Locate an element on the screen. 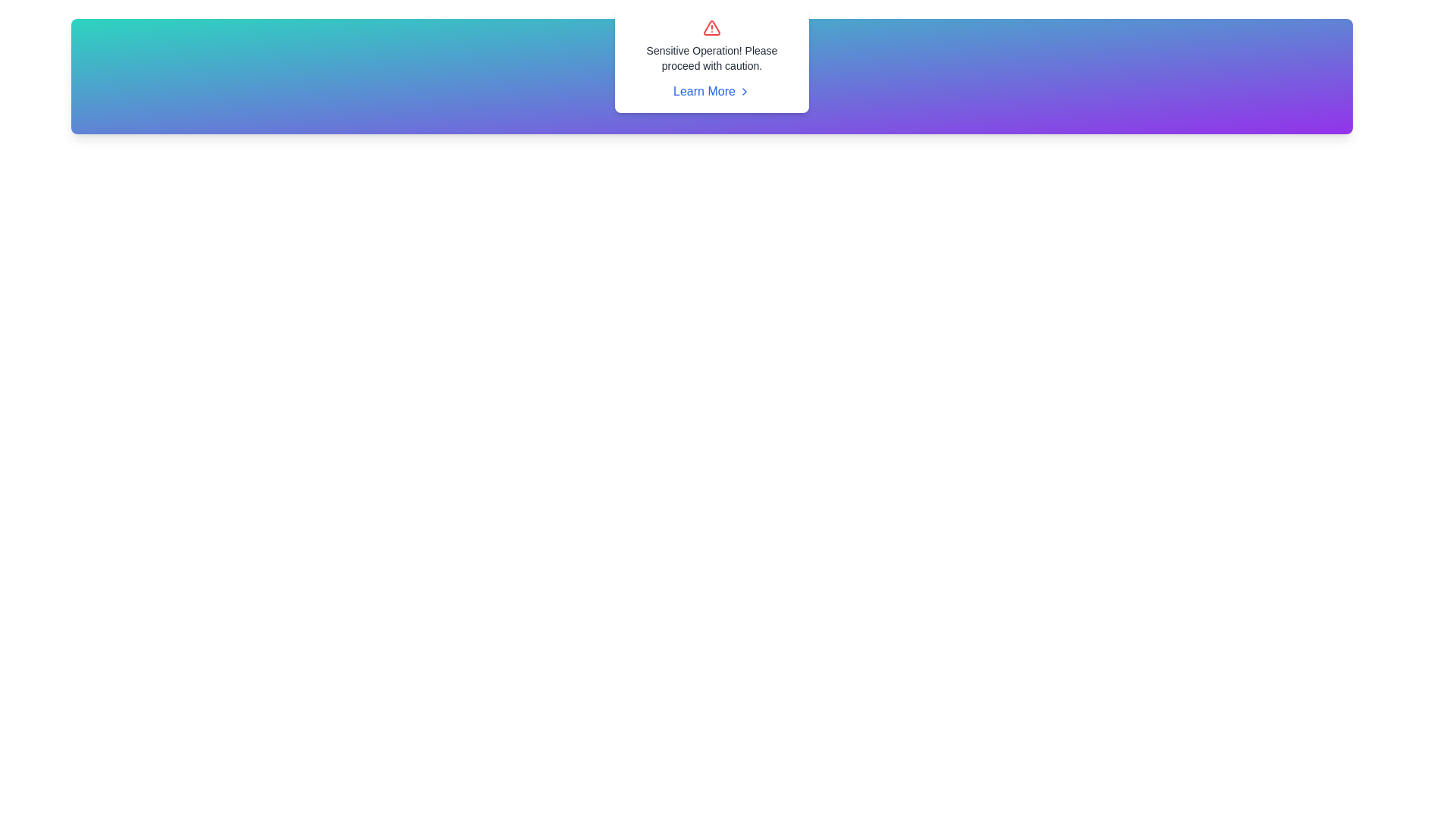  the directional icon indicating the 'Learn More' hyperlink, which is positioned to the right of the text 'Learn More' beneath the message 'Sensitive Operation! Please proceed with caution' is located at coordinates (744, 91).